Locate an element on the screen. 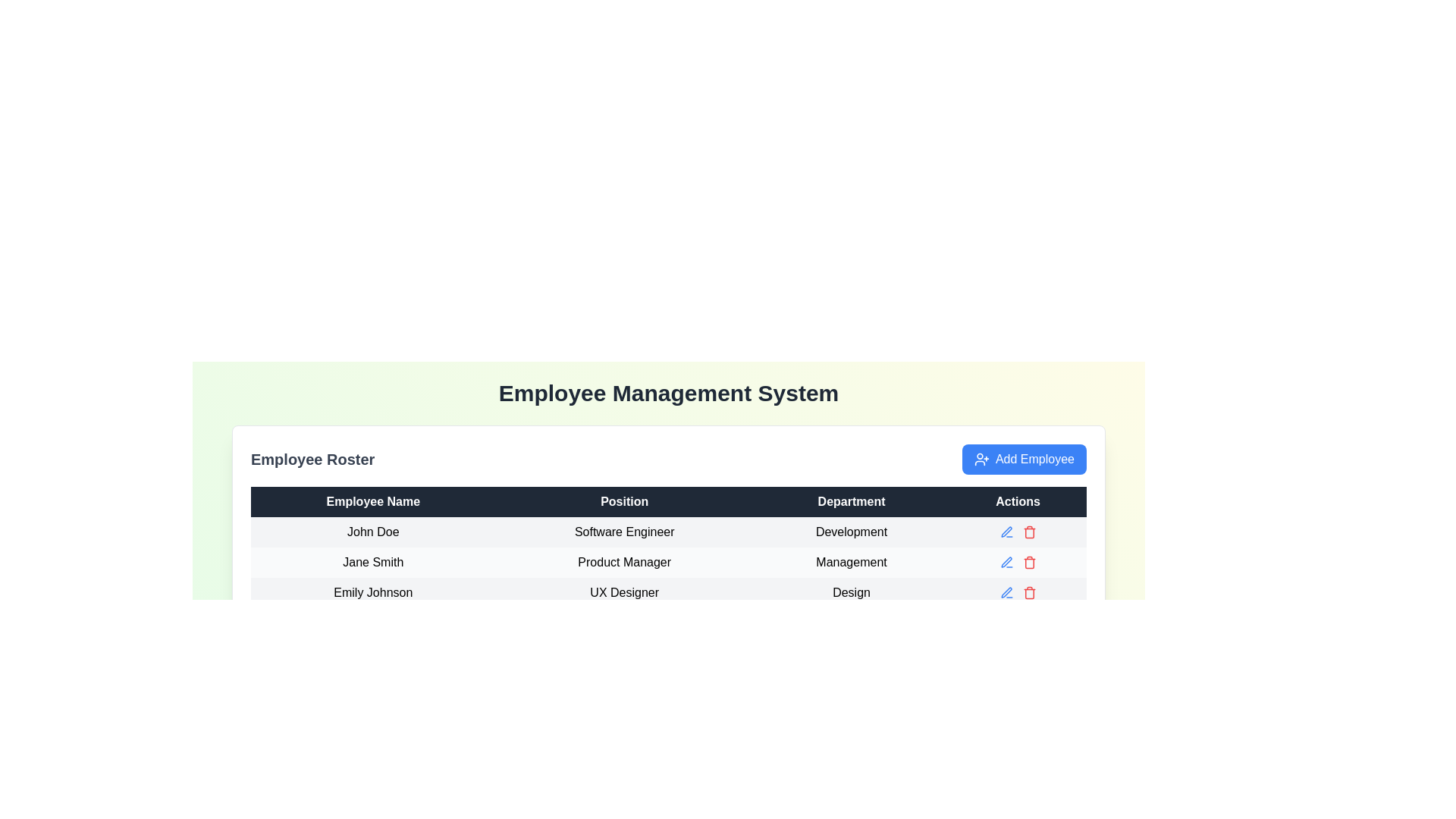 This screenshot has width=1456, height=819. the text label displaying 'John Doe' in the 'Employee Name' column of the Employee Roster table is located at coordinates (373, 532).